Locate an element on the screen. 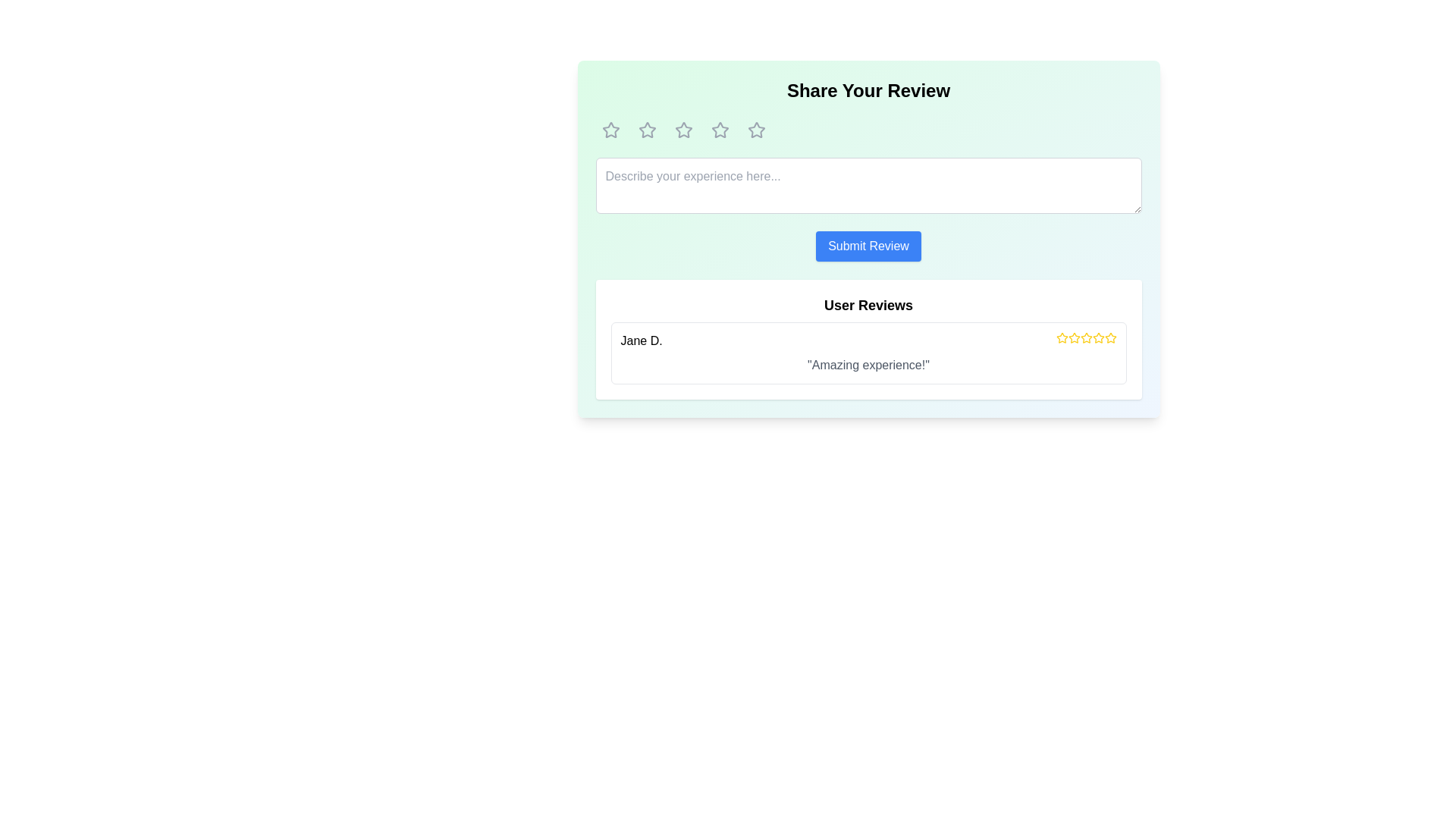 This screenshot has height=819, width=1456. the text display that reads 'Amazing experience!' located below the name 'Jane D.' in the user review section is located at coordinates (868, 366).